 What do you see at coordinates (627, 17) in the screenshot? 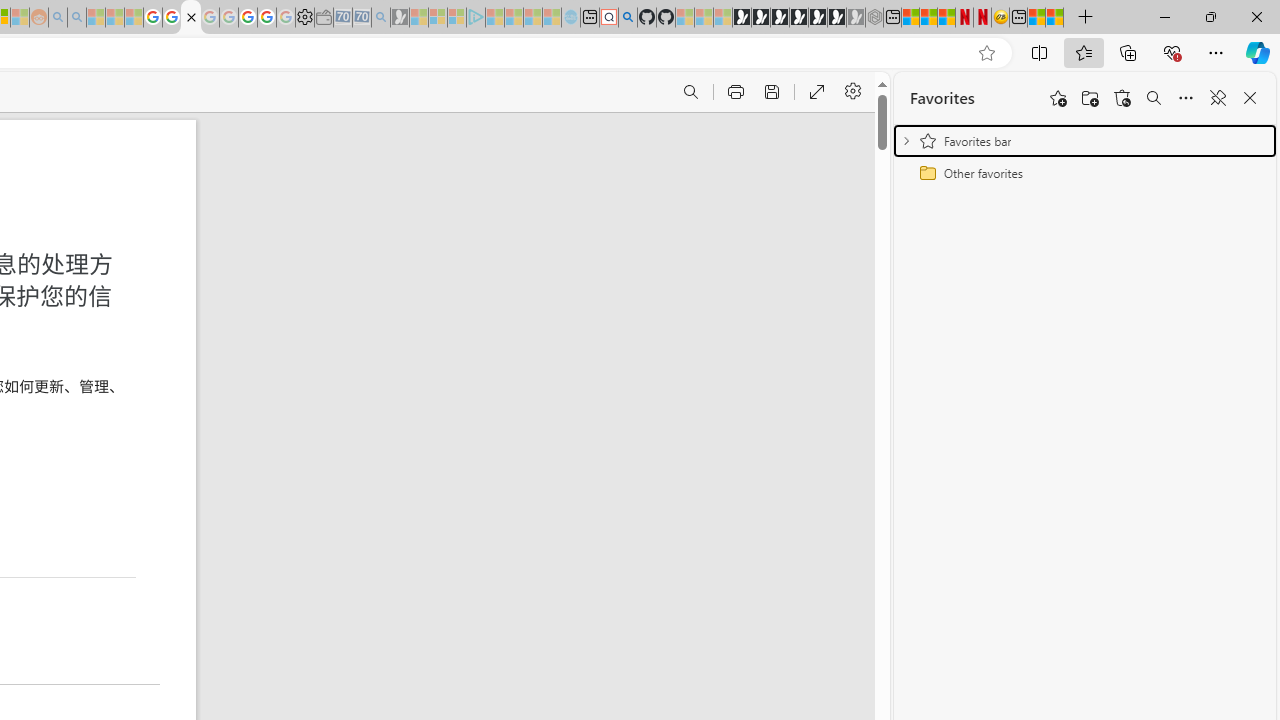
I see `'github - Search'` at bounding box center [627, 17].